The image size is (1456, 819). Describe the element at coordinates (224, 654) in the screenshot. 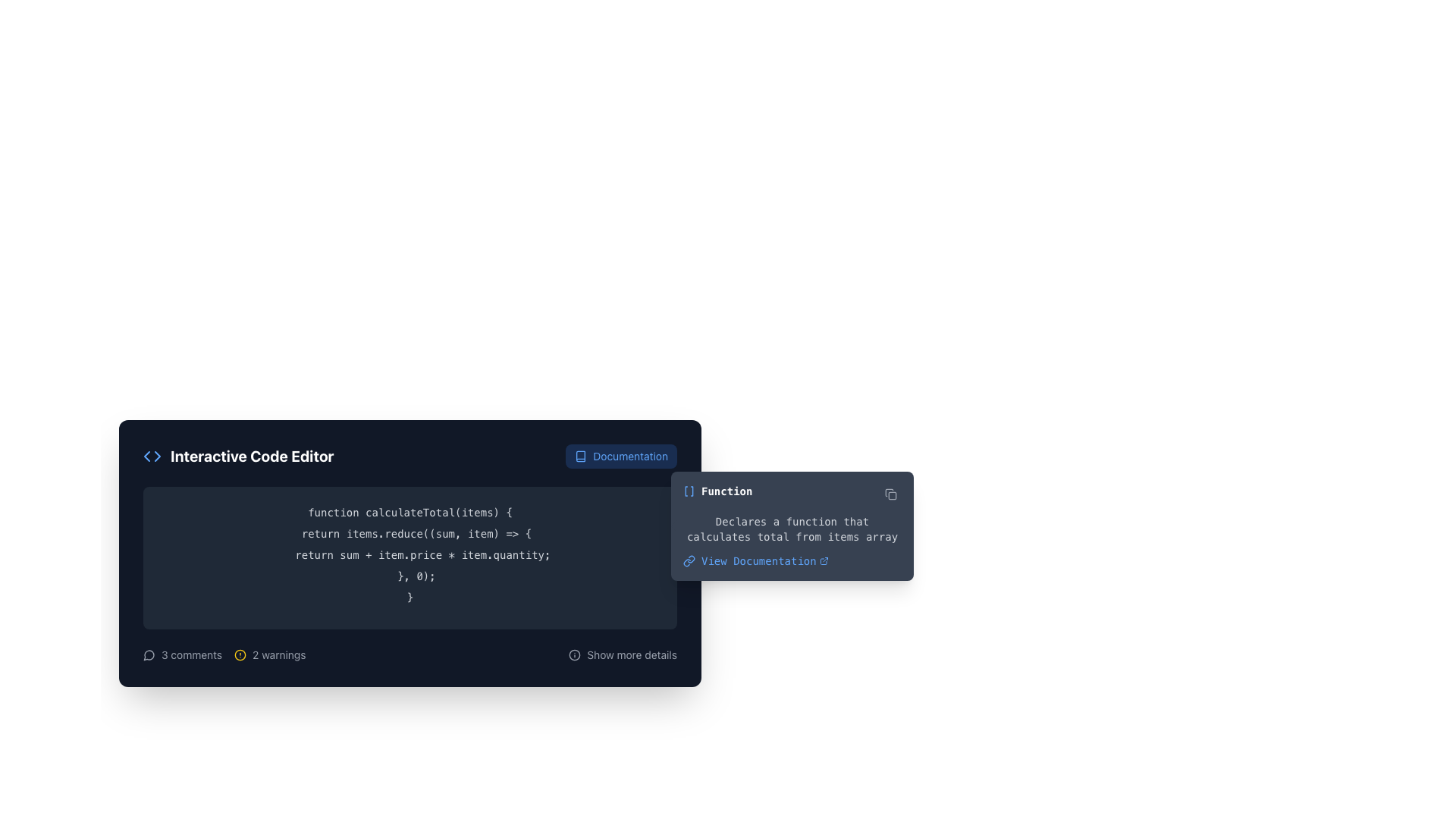

I see `the Status indicator displaying '3 comments' and '2 warnings' at the bottom-left corner of the 'Interactive Code Editor' panel` at that location.